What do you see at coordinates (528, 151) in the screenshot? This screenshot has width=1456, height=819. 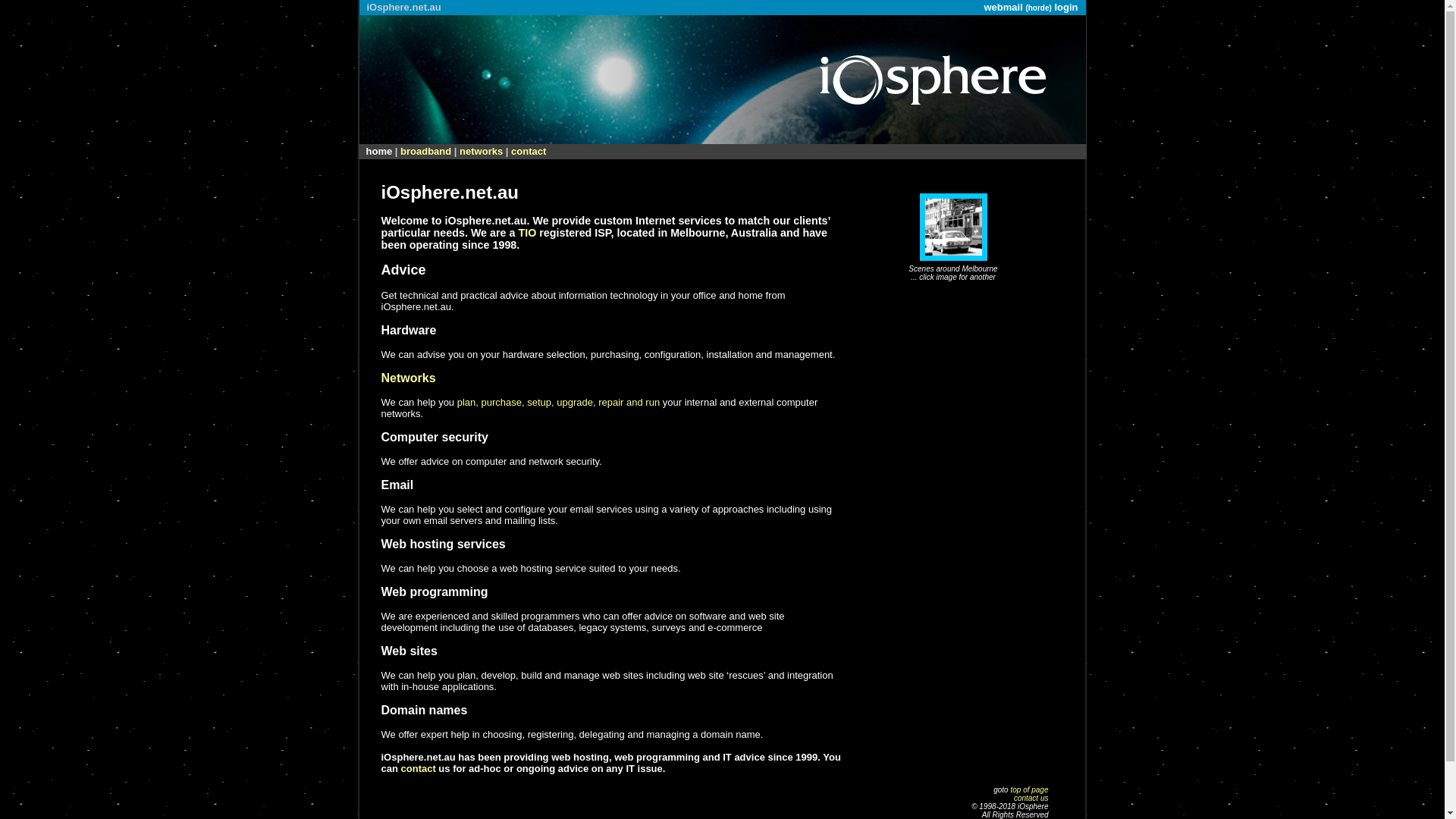 I see `'contact'` at bounding box center [528, 151].